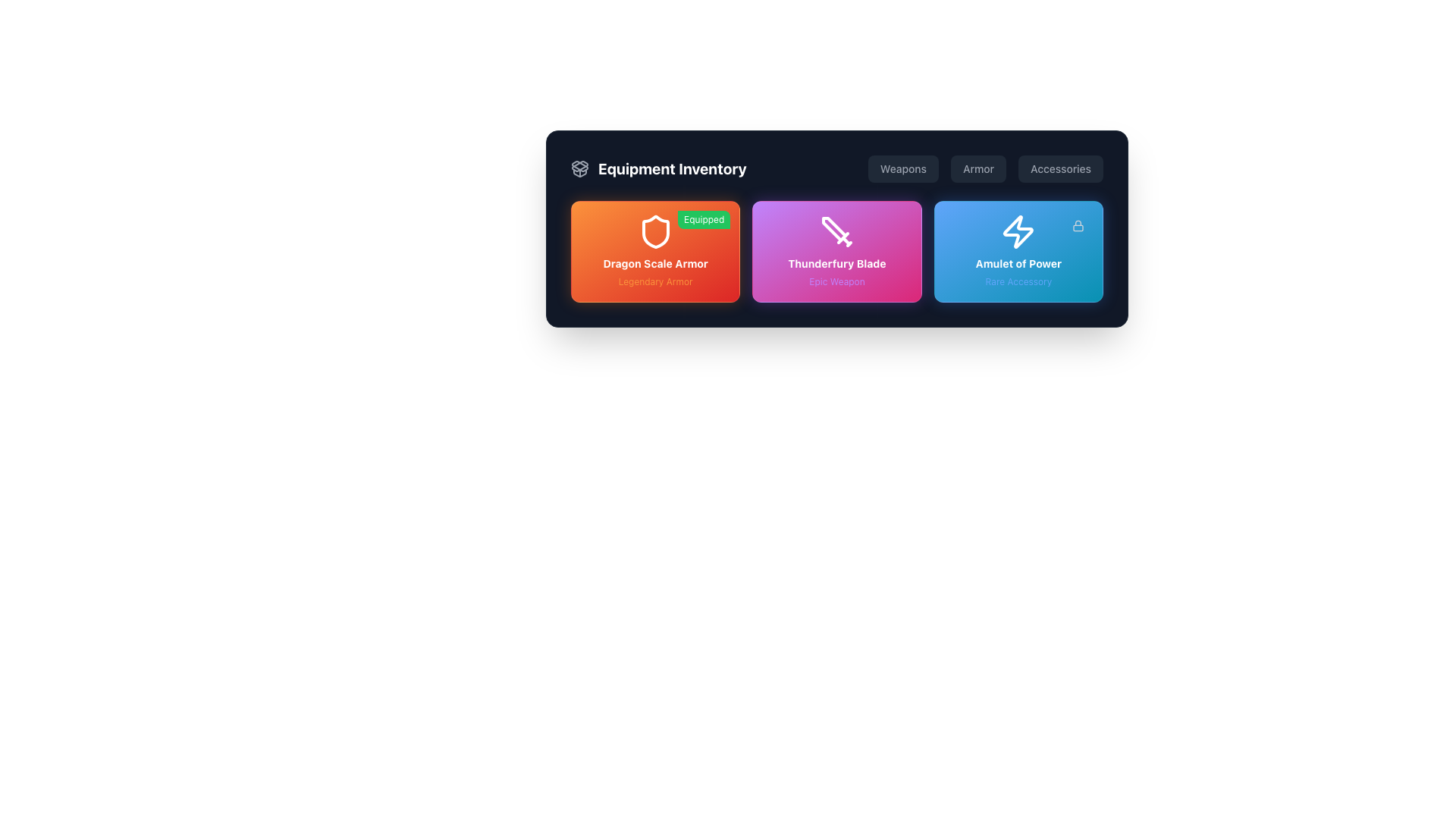 The height and width of the screenshot is (819, 1456). I want to click on the text element displaying 'Amulet of Power' and 'Rare Accessory' in the Equipment Inventory panel to read its details, so click(1018, 271).